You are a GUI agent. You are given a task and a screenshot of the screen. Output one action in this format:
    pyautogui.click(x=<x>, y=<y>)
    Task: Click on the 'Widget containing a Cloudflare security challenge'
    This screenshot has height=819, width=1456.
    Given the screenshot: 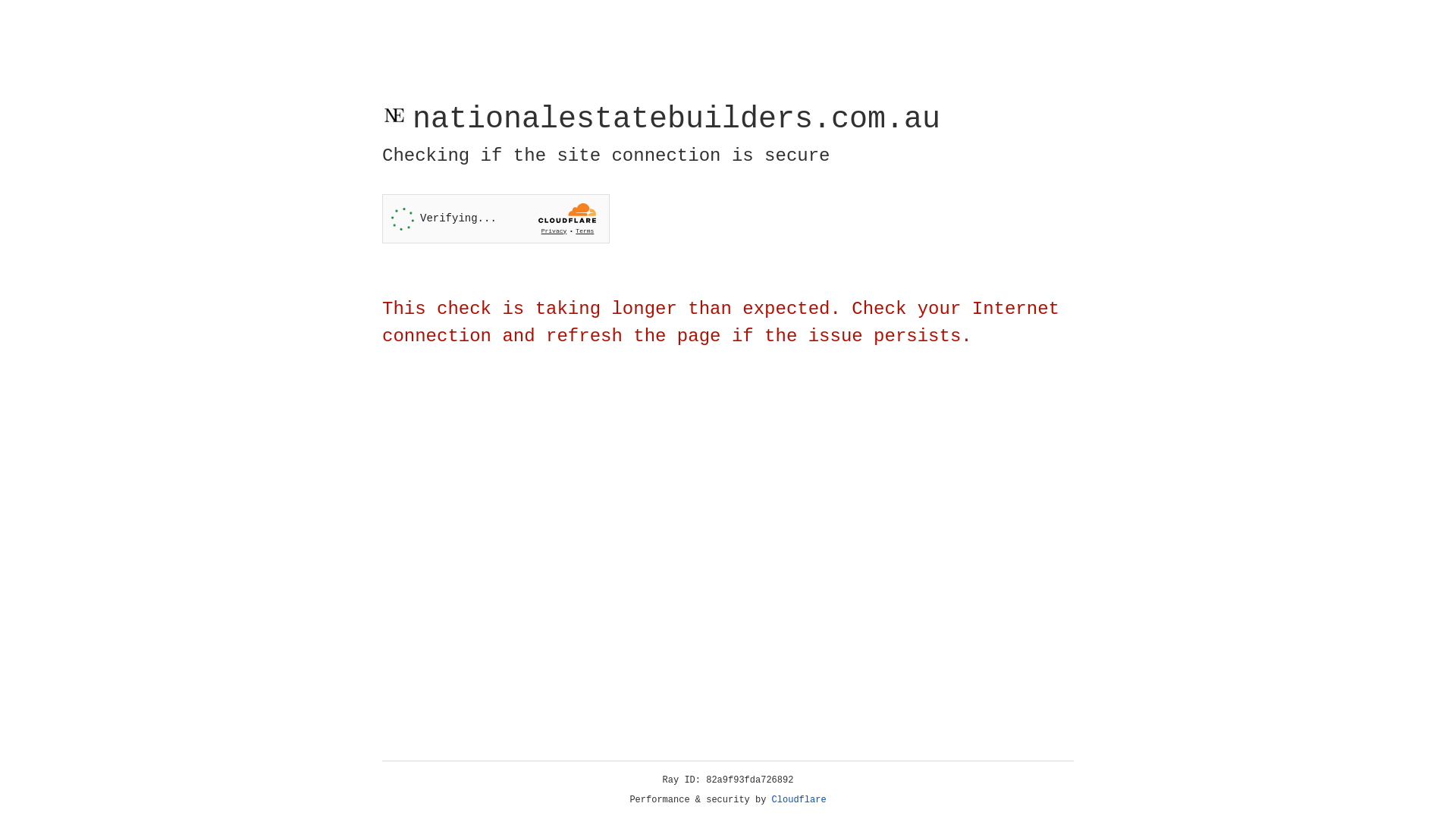 What is the action you would take?
    pyautogui.click(x=495, y=218)
    